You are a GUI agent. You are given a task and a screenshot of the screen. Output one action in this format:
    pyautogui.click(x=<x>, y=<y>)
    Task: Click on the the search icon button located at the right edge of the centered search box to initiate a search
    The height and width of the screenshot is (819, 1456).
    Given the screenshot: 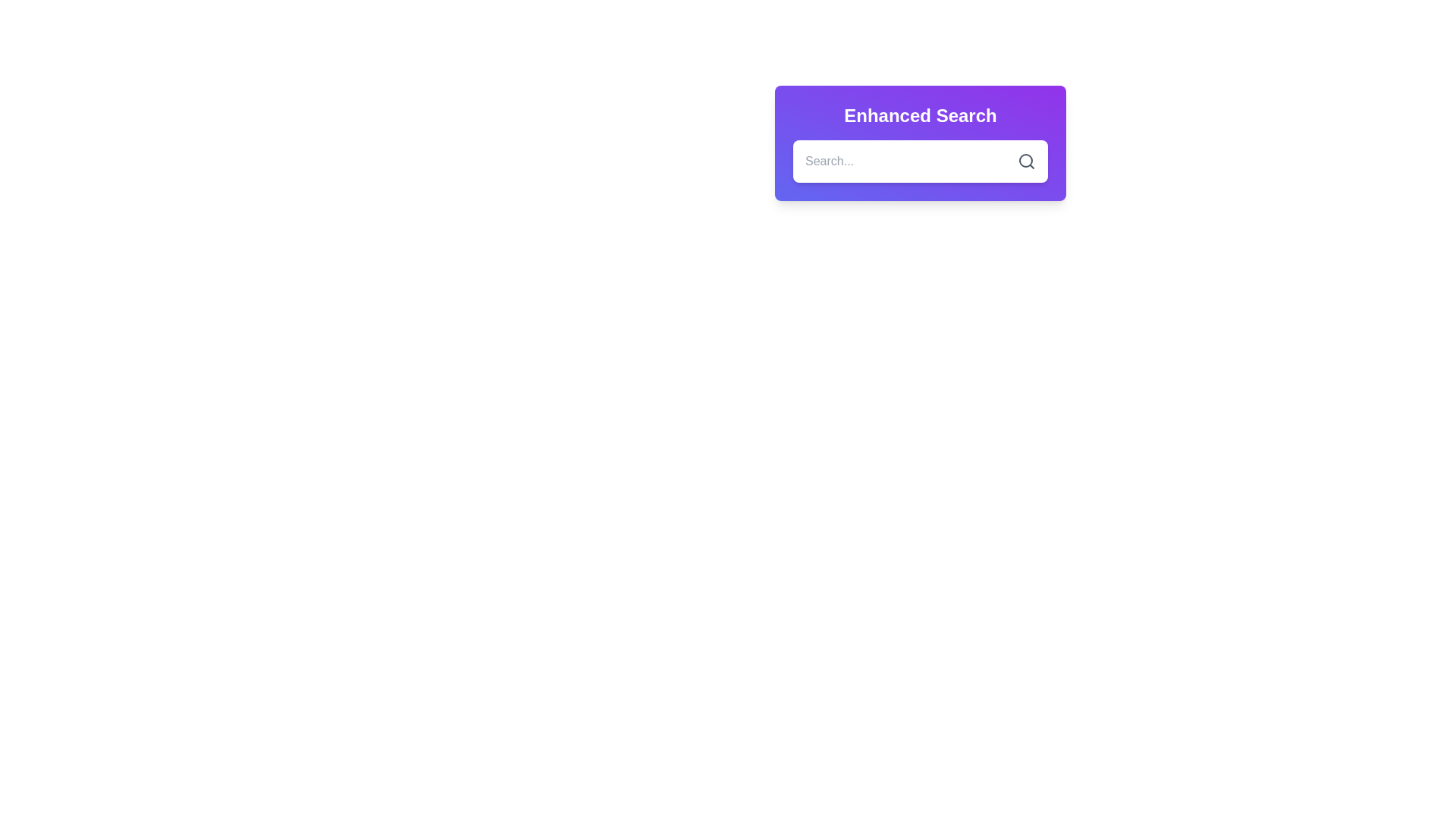 What is the action you would take?
    pyautogui.click(x=1026, y=161)
    